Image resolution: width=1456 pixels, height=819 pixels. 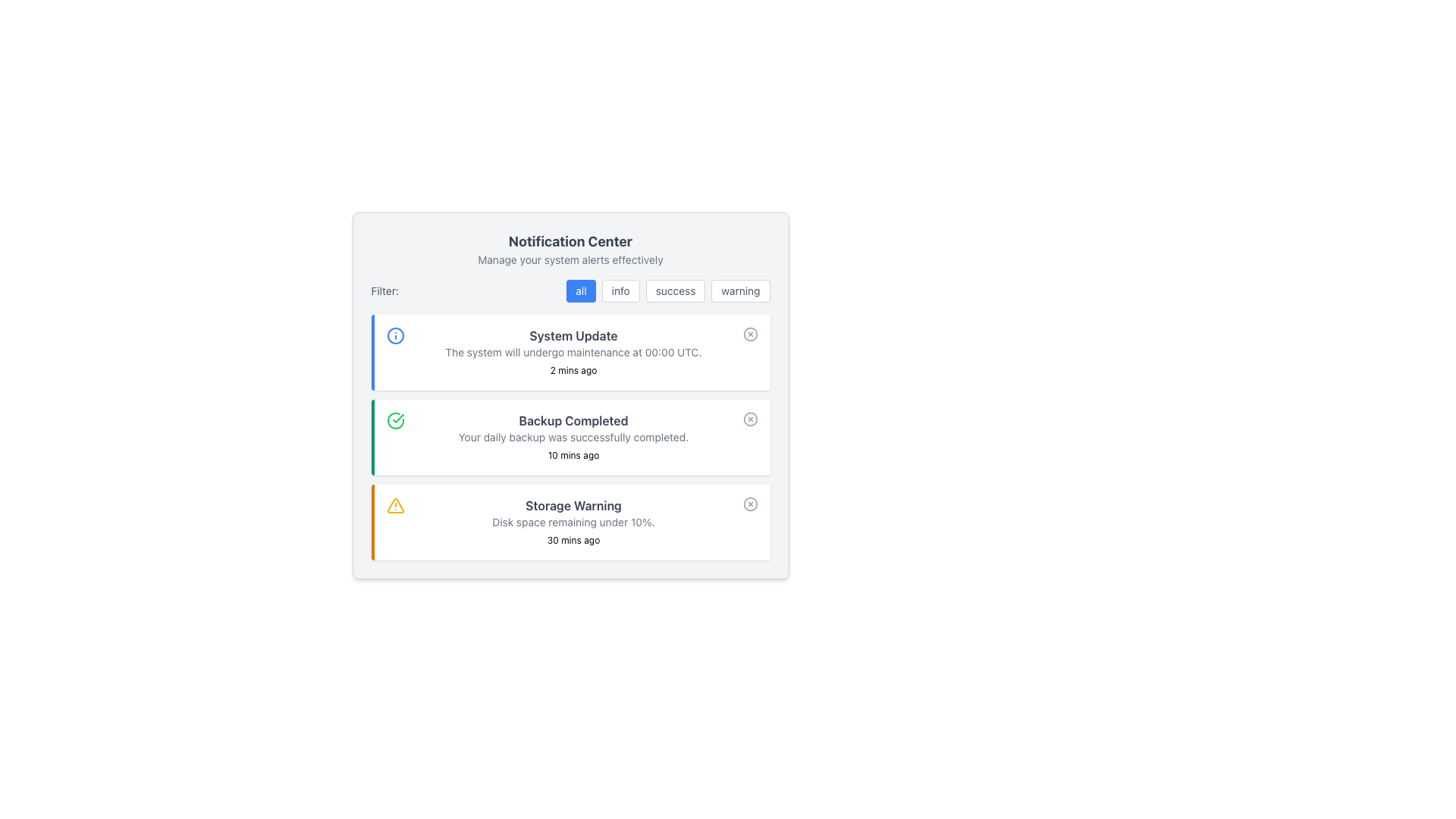 What do you see at coordinates (570, 291) in the screenshot?
I see `the 'all' button in the horizontally aligned button group labeled 'Filter:'` at bounding box center [570, 291].